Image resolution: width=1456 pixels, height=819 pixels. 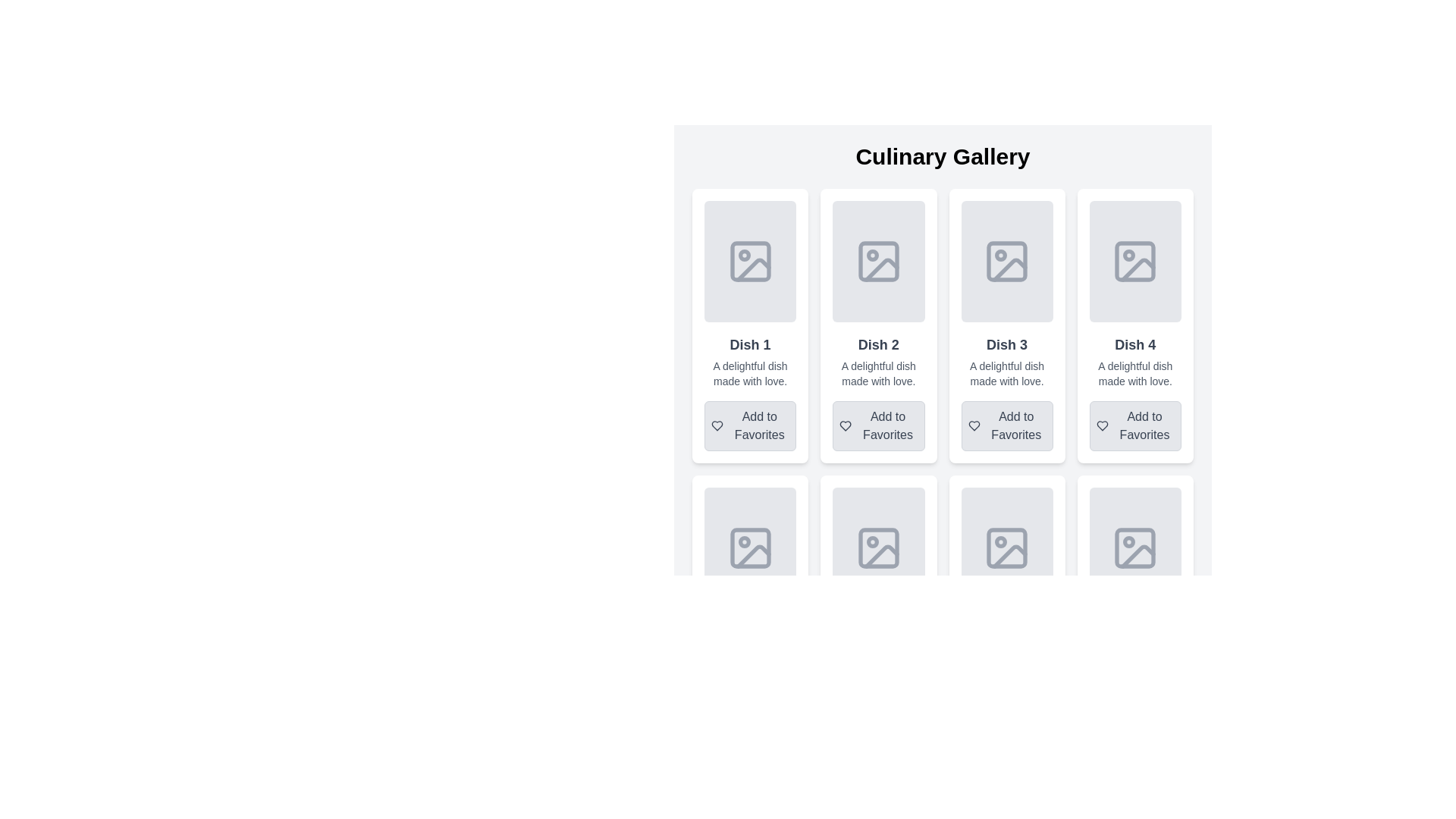 I want to click on the heart icon outlined in dark gray that is part of the 'Add to Favorites' button located beneath the 'Dish 1' card in the gallery grid, so click(x=717, y=426).